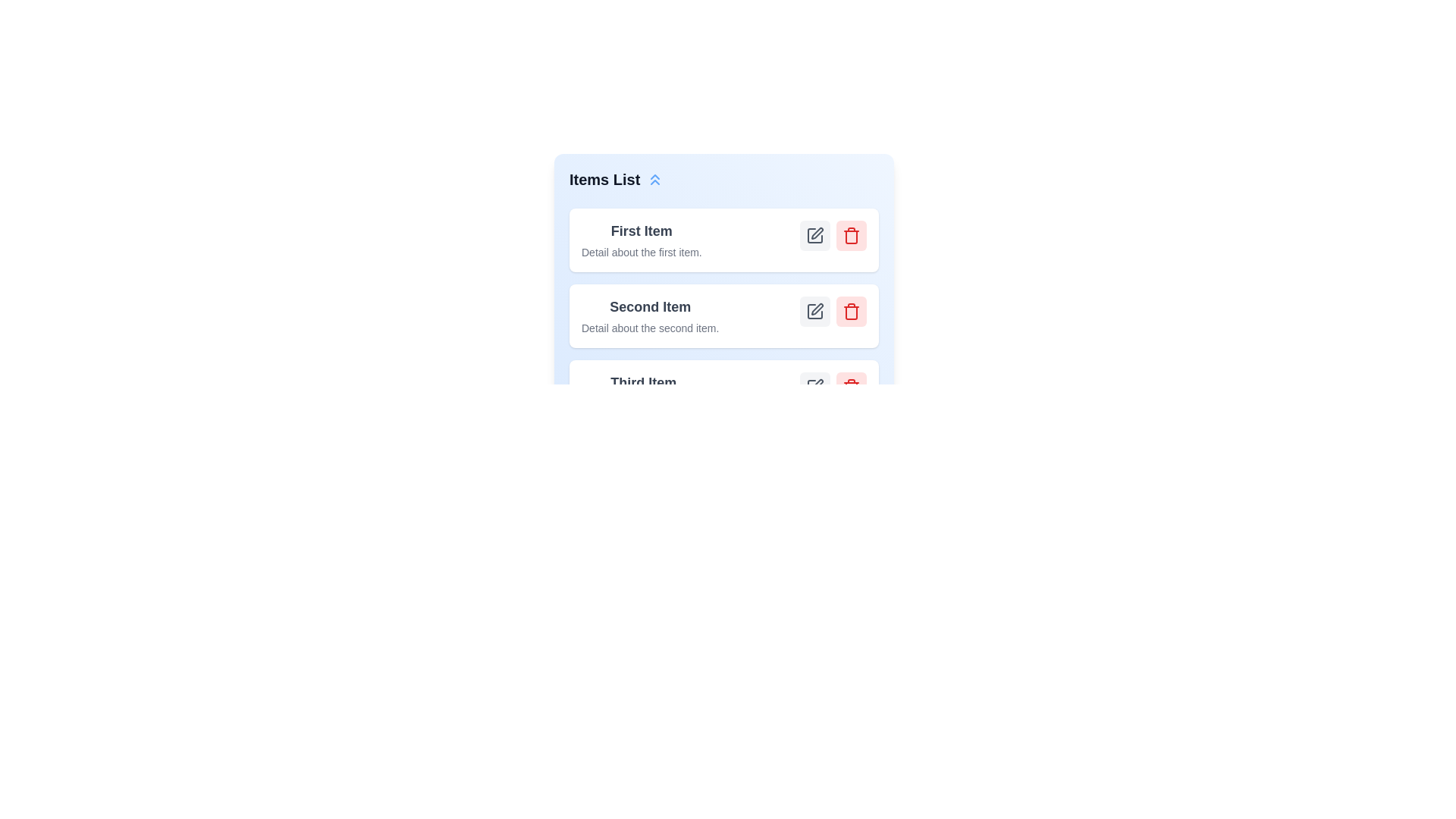  What do you see at coordinates (814, 236) in the screenshot?
I see `edit button for the item with the title First Item` at bounding box center [814, 236].